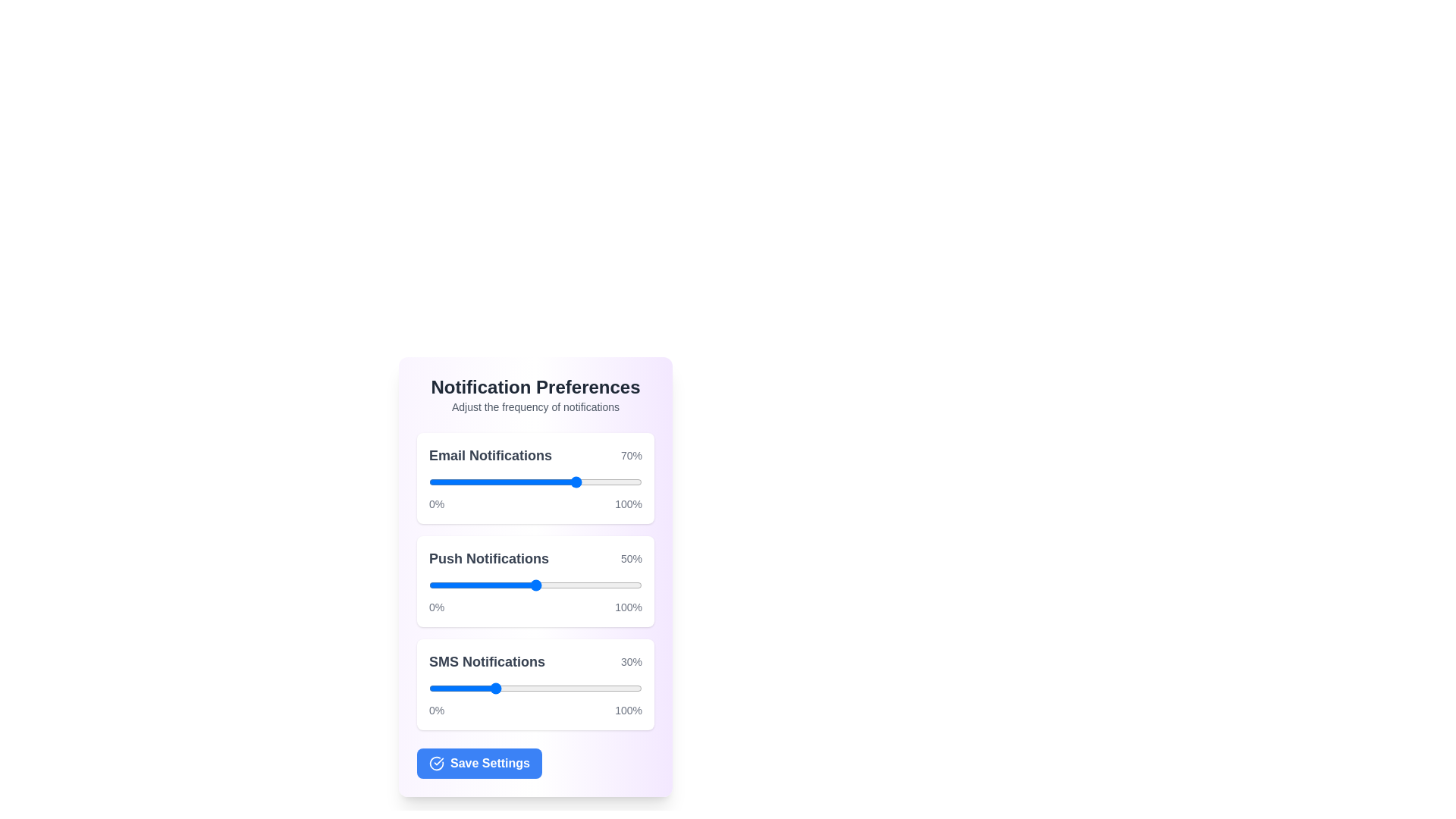 This screenshot has height=819, width=1456. Describe the element at coordinates (525, 688) in the screenshot. I see `SMS notification slider` at that location.